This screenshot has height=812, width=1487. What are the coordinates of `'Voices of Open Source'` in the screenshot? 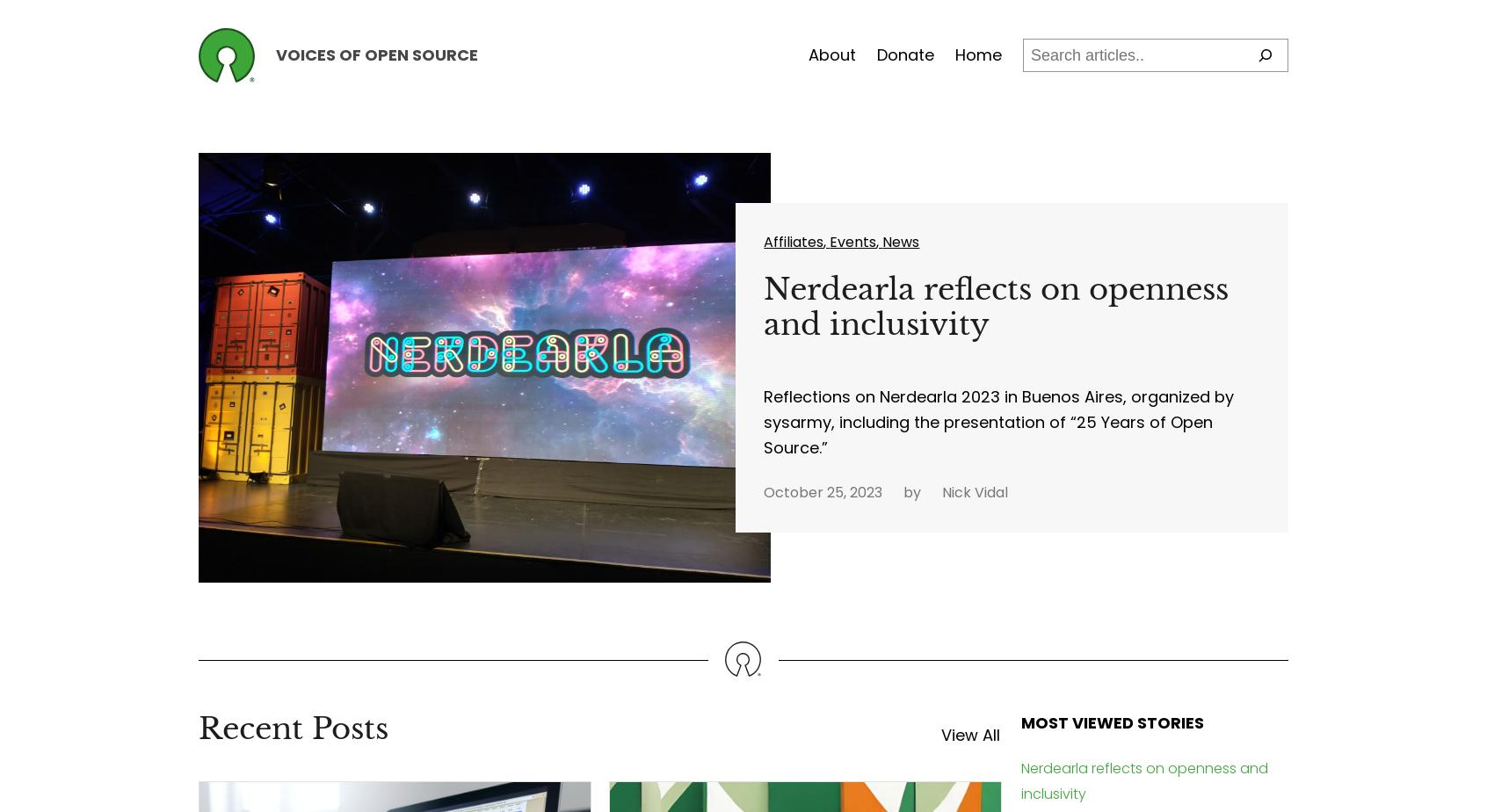 It's located at (375, 54).